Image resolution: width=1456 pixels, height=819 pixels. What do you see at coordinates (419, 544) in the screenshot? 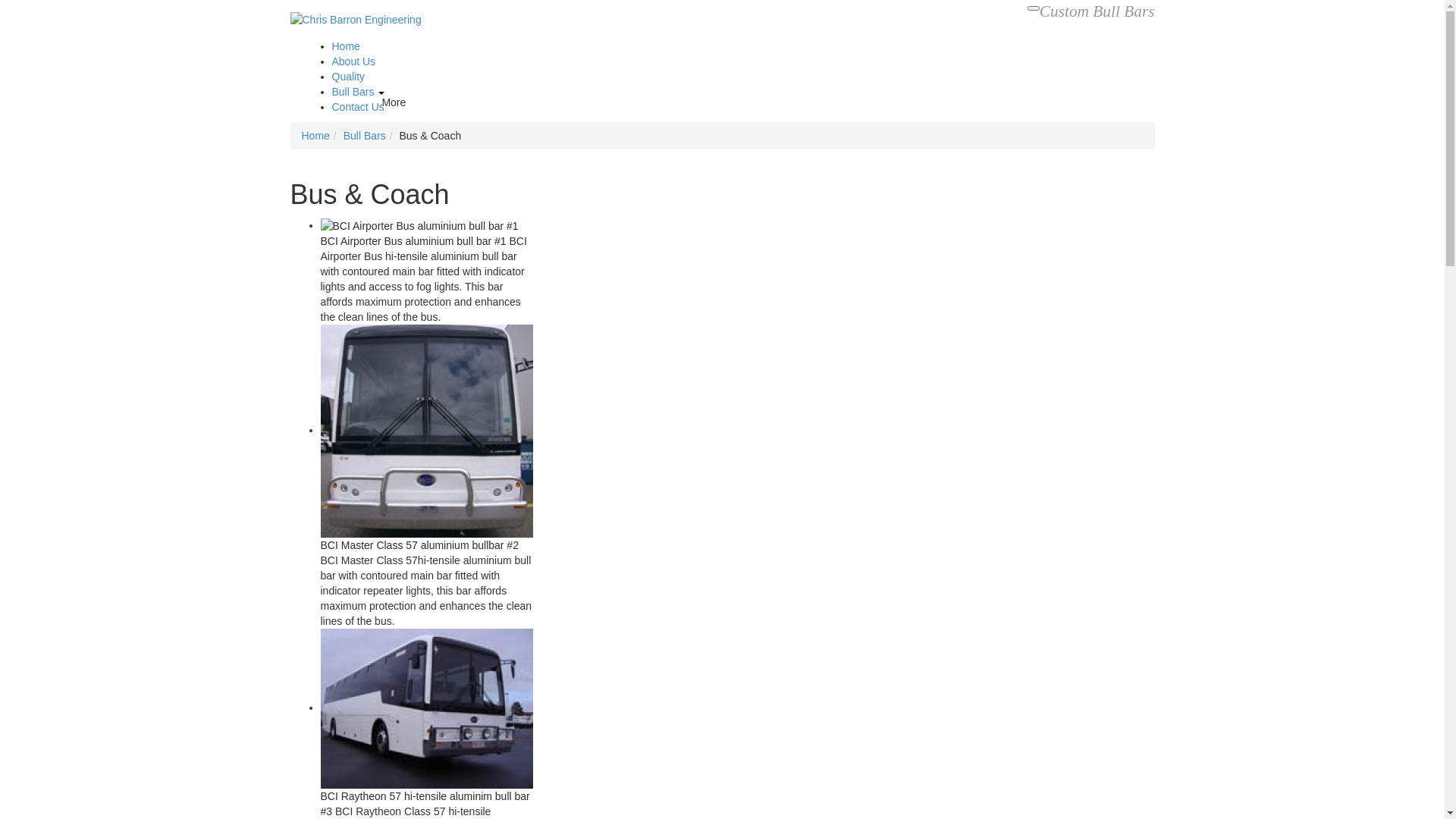
I see `'BCI Master Class 57 aluminium bullbar #2'` at bounding box center [419, 544].